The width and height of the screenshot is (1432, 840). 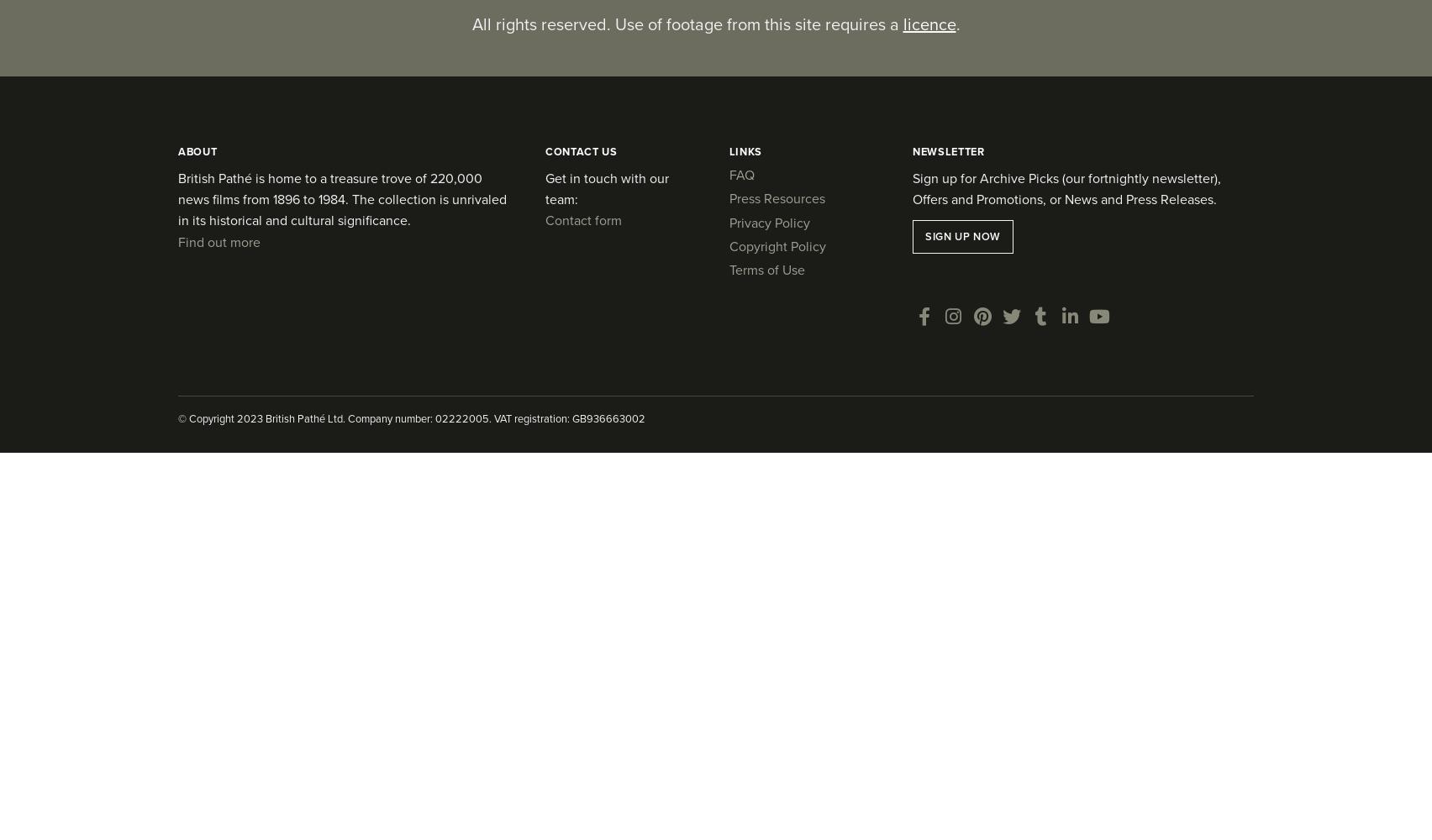 I want to click on '.', so click(x=956, y=24).